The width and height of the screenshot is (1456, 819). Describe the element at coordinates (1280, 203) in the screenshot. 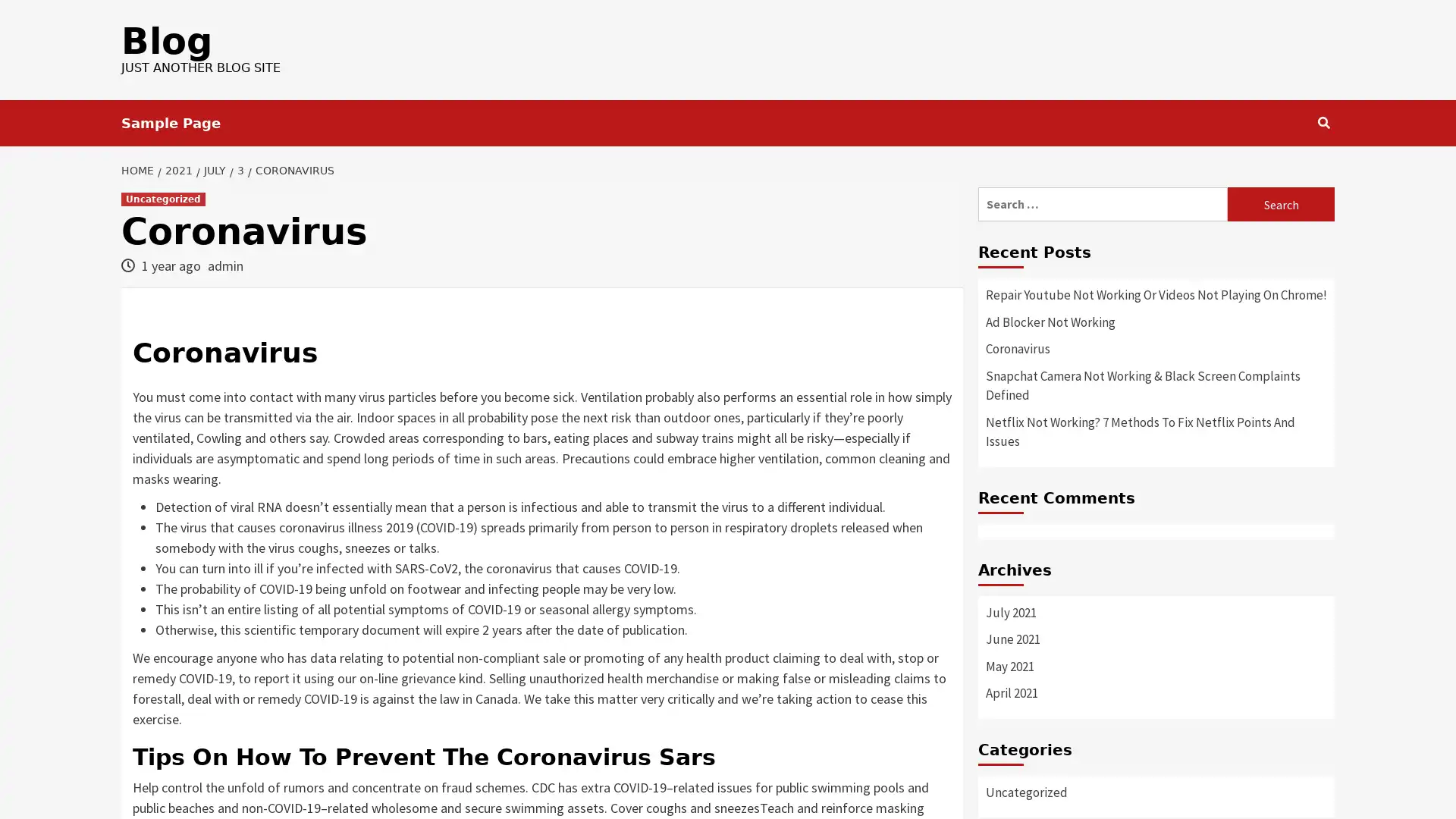

I see `Search` at that location.